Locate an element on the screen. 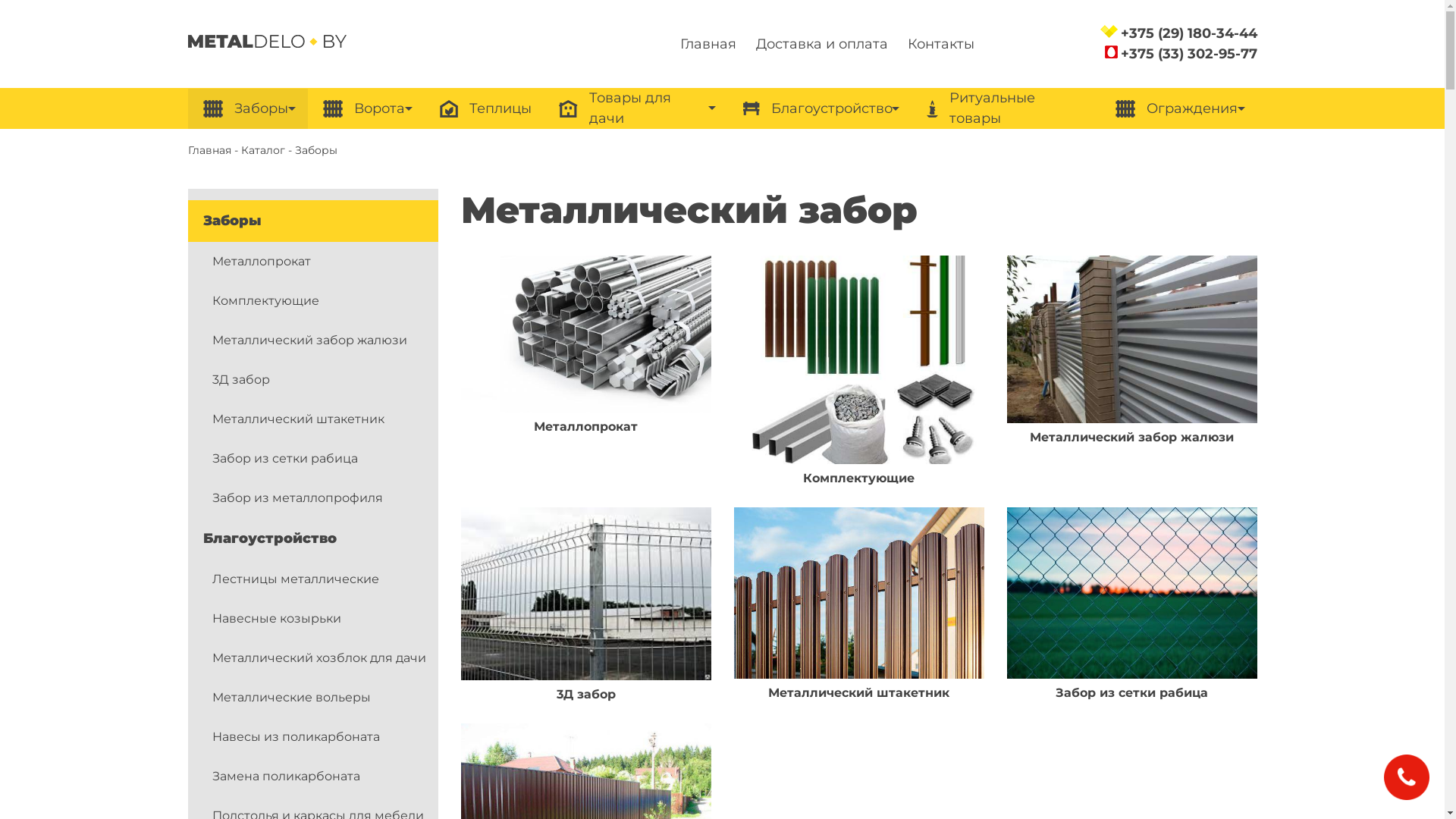 The width and height of the screenshot is (1456, 819). '+375 (33) 302-95-77' is located at coordinates (1188, 52).